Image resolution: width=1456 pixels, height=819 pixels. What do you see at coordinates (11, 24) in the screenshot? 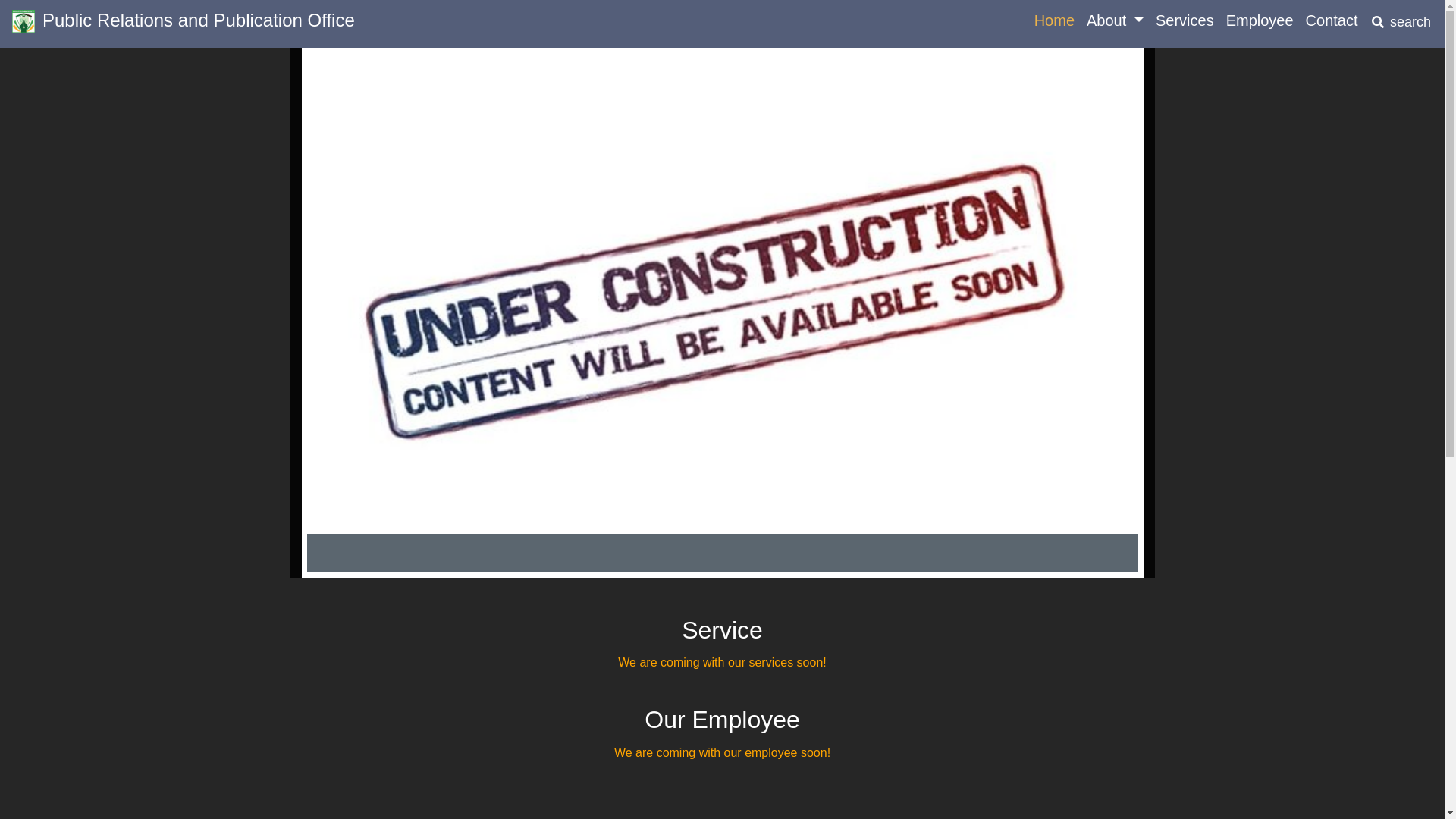
I see `'Public Relations and Publication Office'` at bounding box center [11, 24].